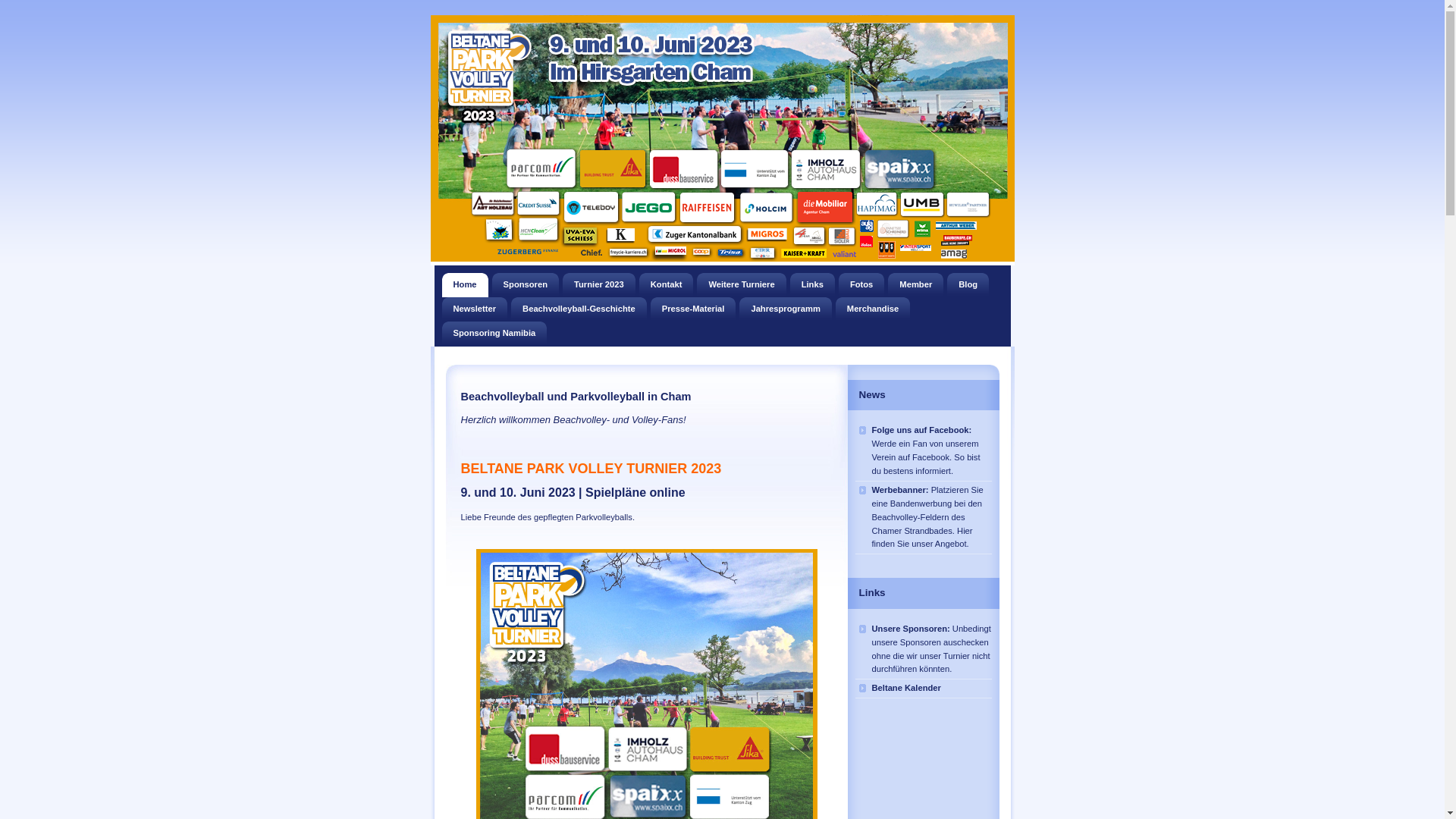 The height and width of the screenshot is (819, 1456). What do you see at coordinates (785, 309) in the screenshot?
I see `'Jahresprogramm` at bounding box center [785, 309].